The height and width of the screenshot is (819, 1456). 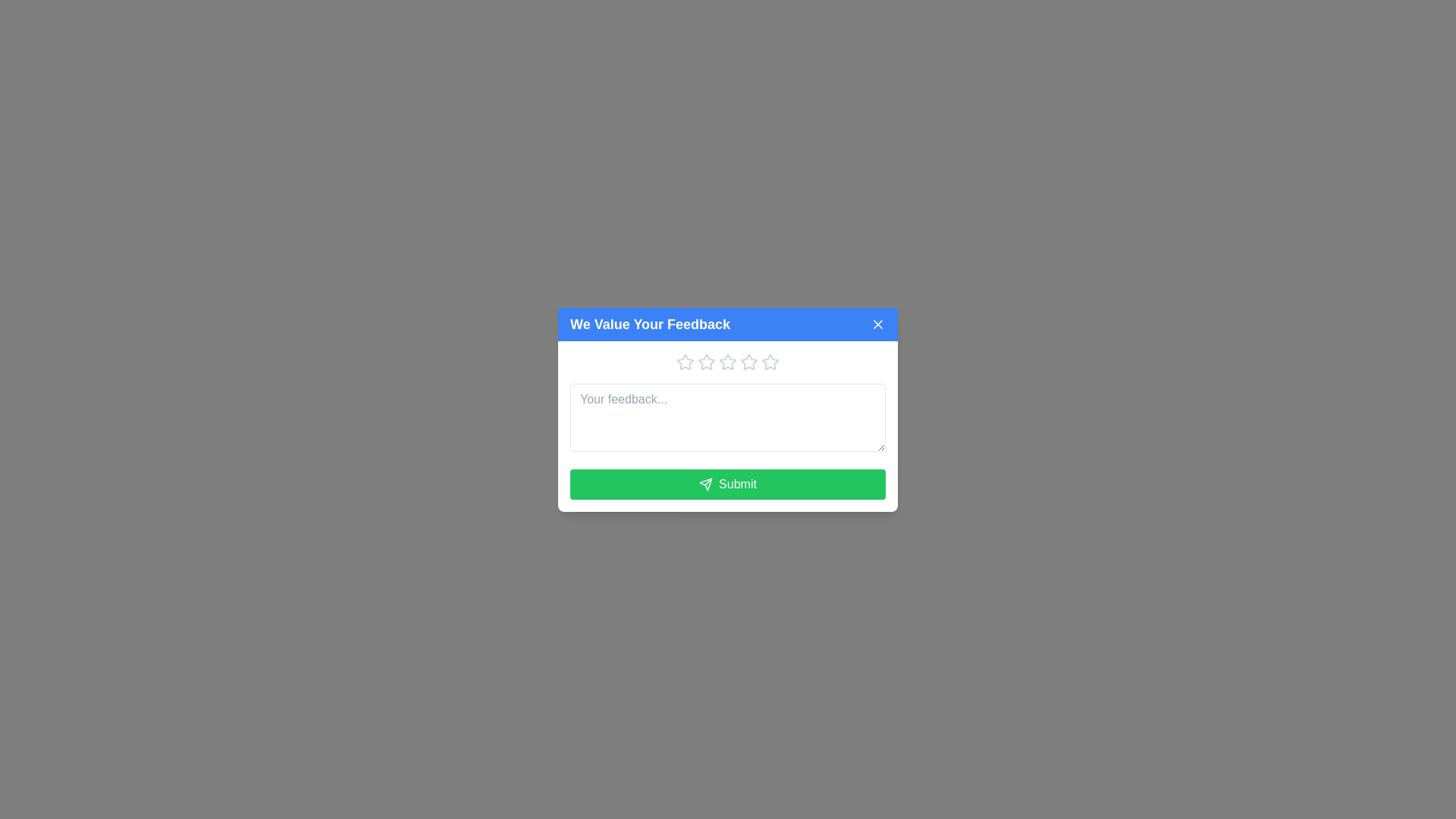 I want to click on the Header bar that displays 'We Value Your Feedback' with a blue background and white text, located at the top of the feedback form, so click(x=728, y=323).